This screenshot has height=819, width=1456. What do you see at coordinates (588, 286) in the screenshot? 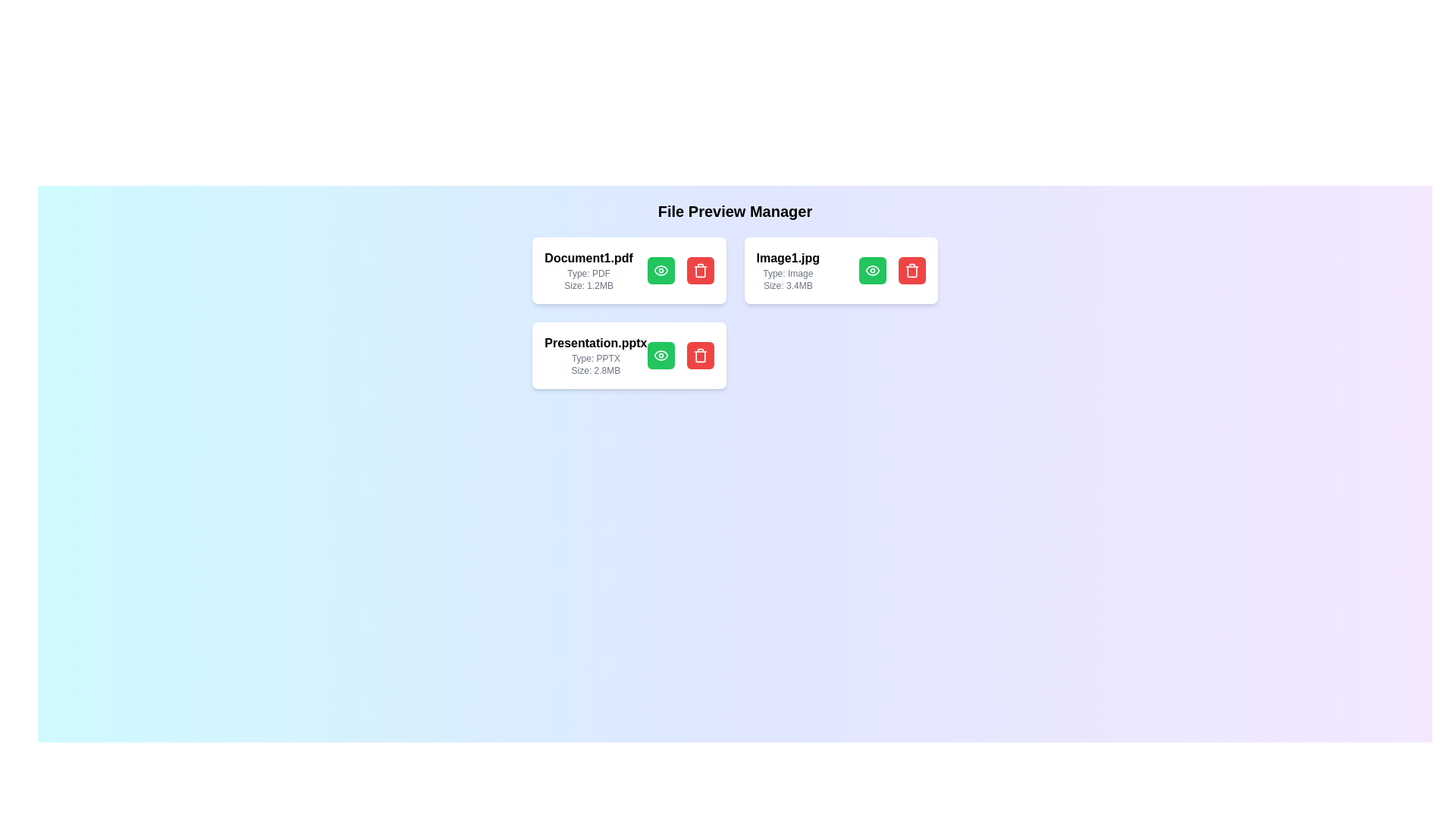
I see `static text label that displays 'Size: 1.2MB', located within the file preview card for 'Document1.pdf'` at bounding box center [588, 286].